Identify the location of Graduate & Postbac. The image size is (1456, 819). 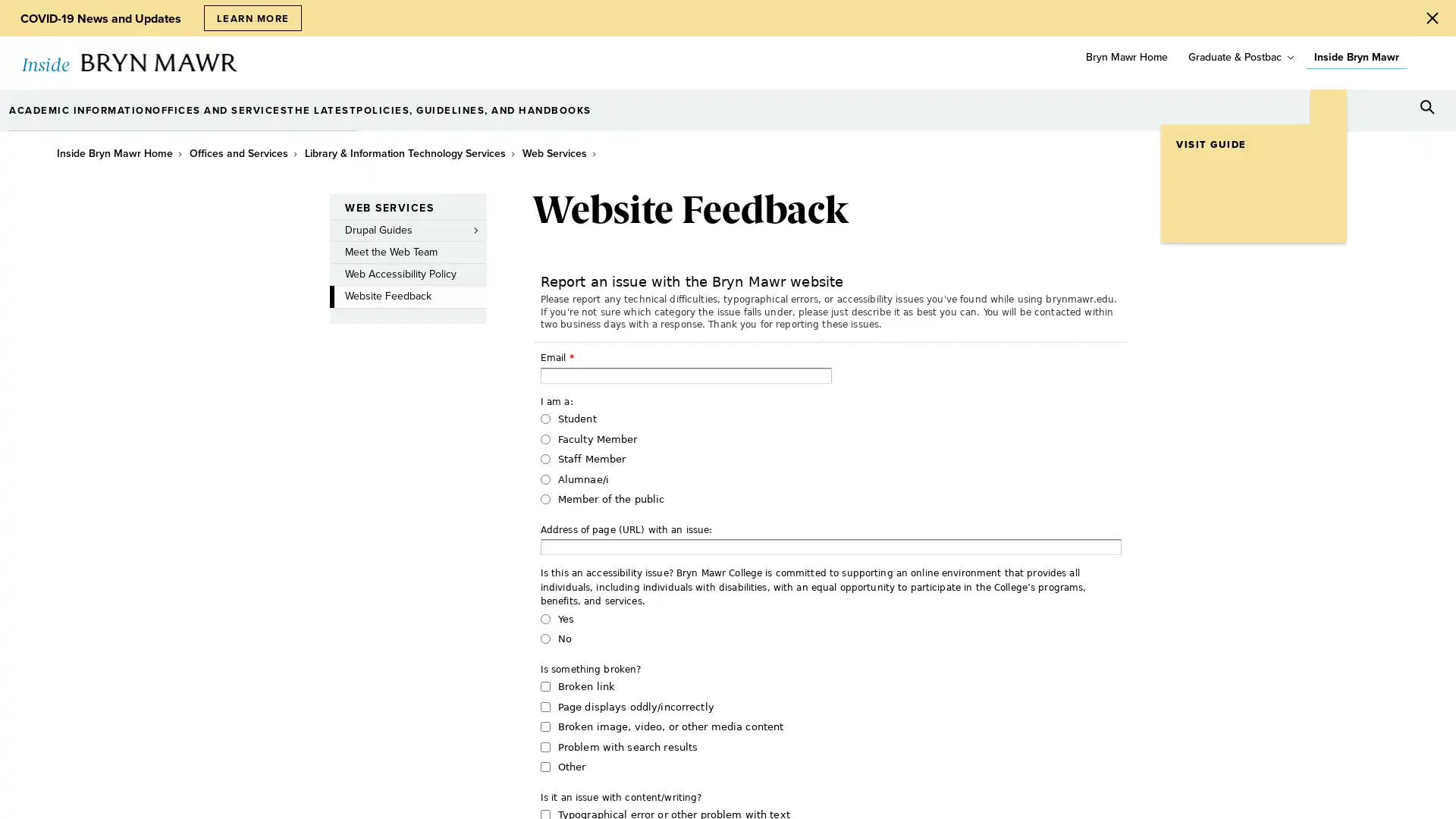
(1235, 56).